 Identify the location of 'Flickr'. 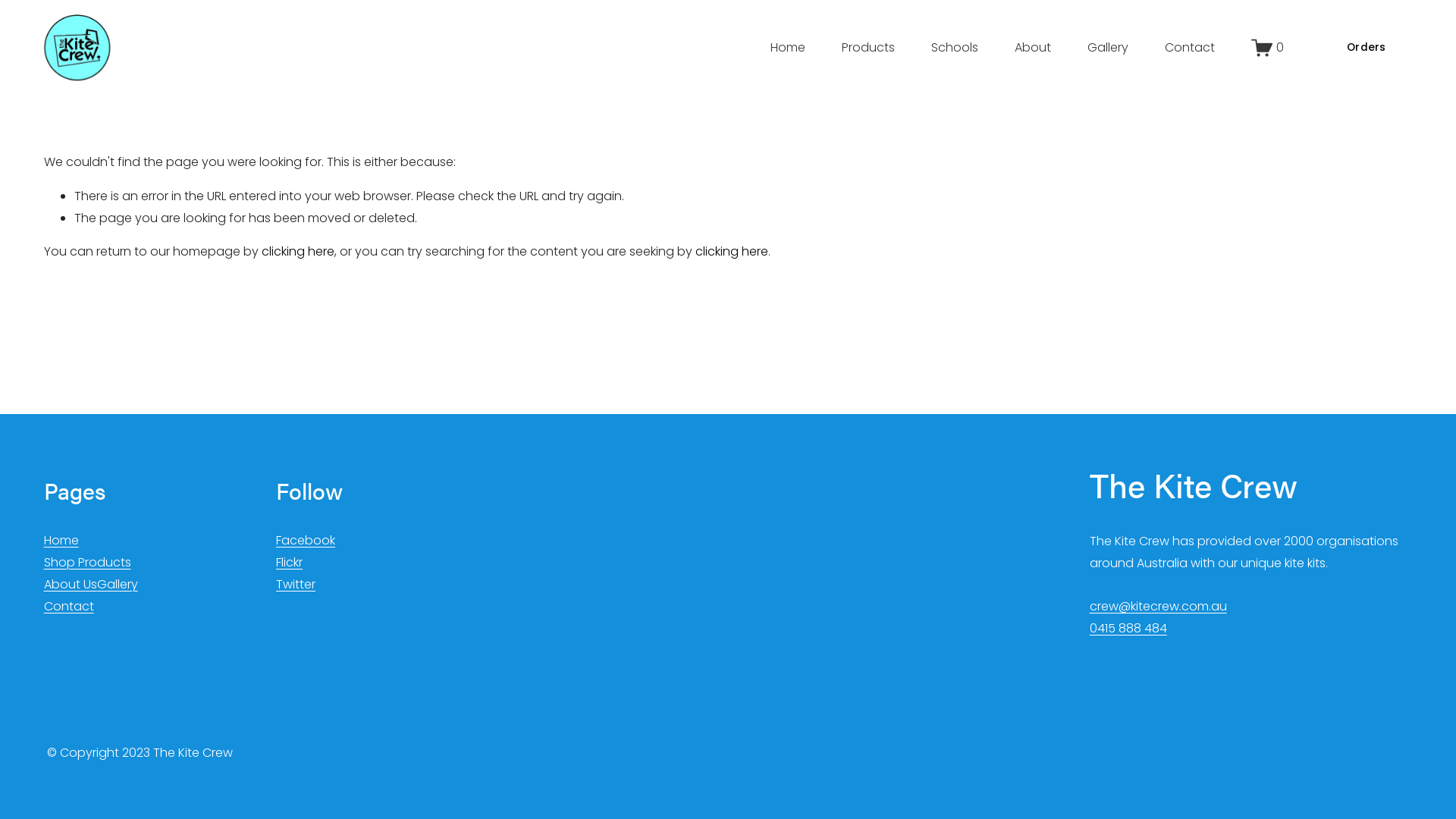
(289, 563).